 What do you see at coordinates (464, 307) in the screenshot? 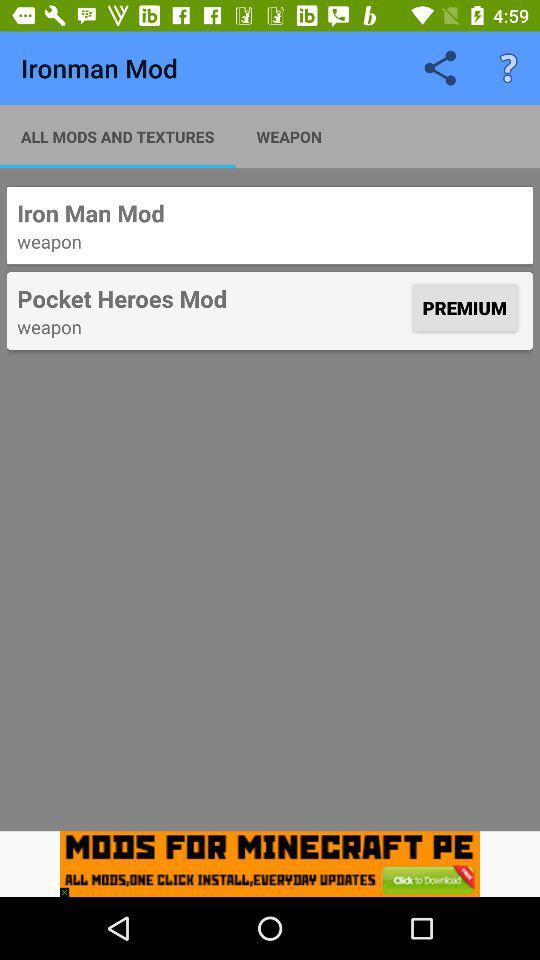
I see `the item below weapon icon` at bounding box center [464, 307].